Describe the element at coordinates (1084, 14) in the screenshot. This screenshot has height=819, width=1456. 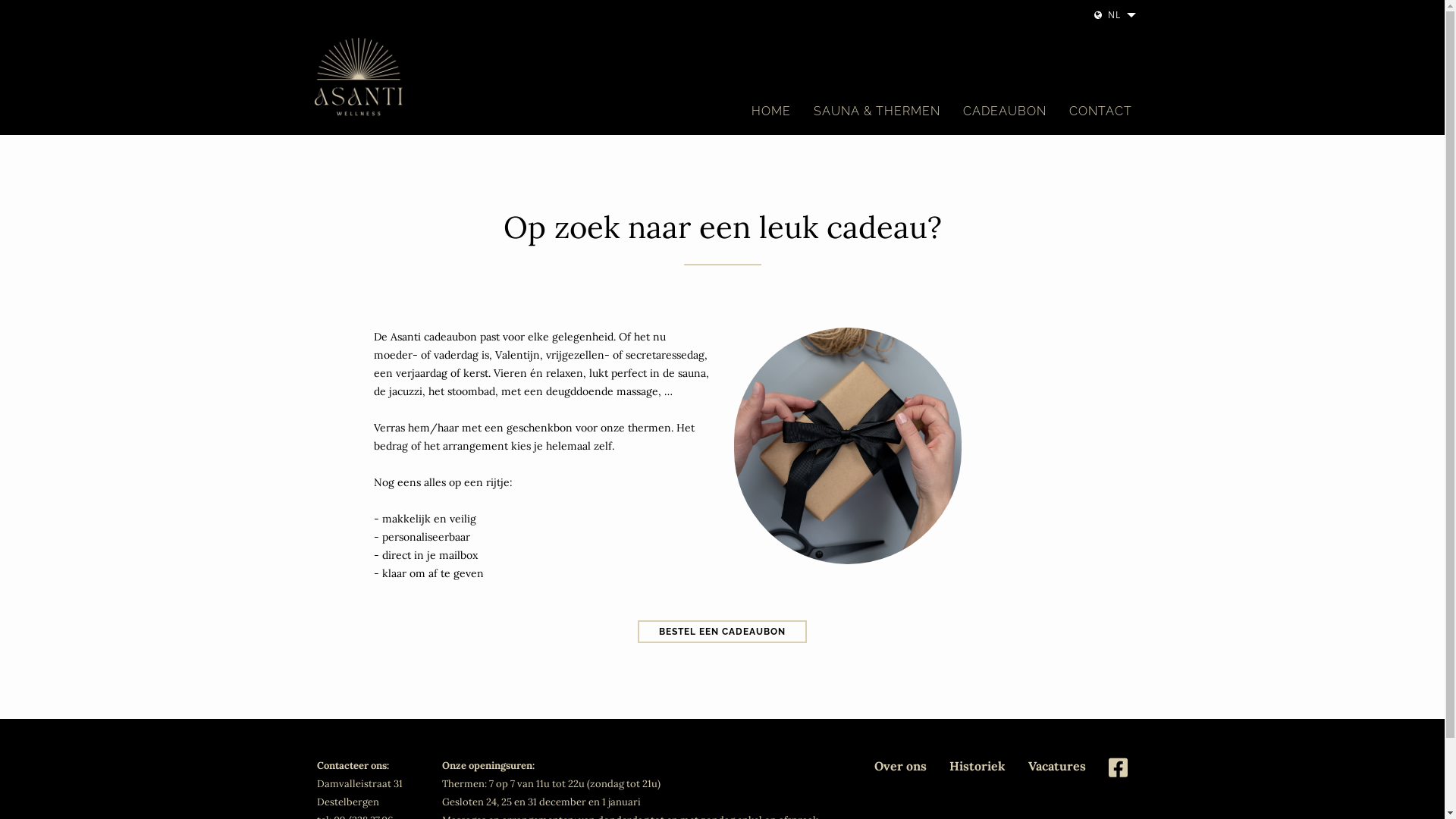
I see `'NL'` at that location.